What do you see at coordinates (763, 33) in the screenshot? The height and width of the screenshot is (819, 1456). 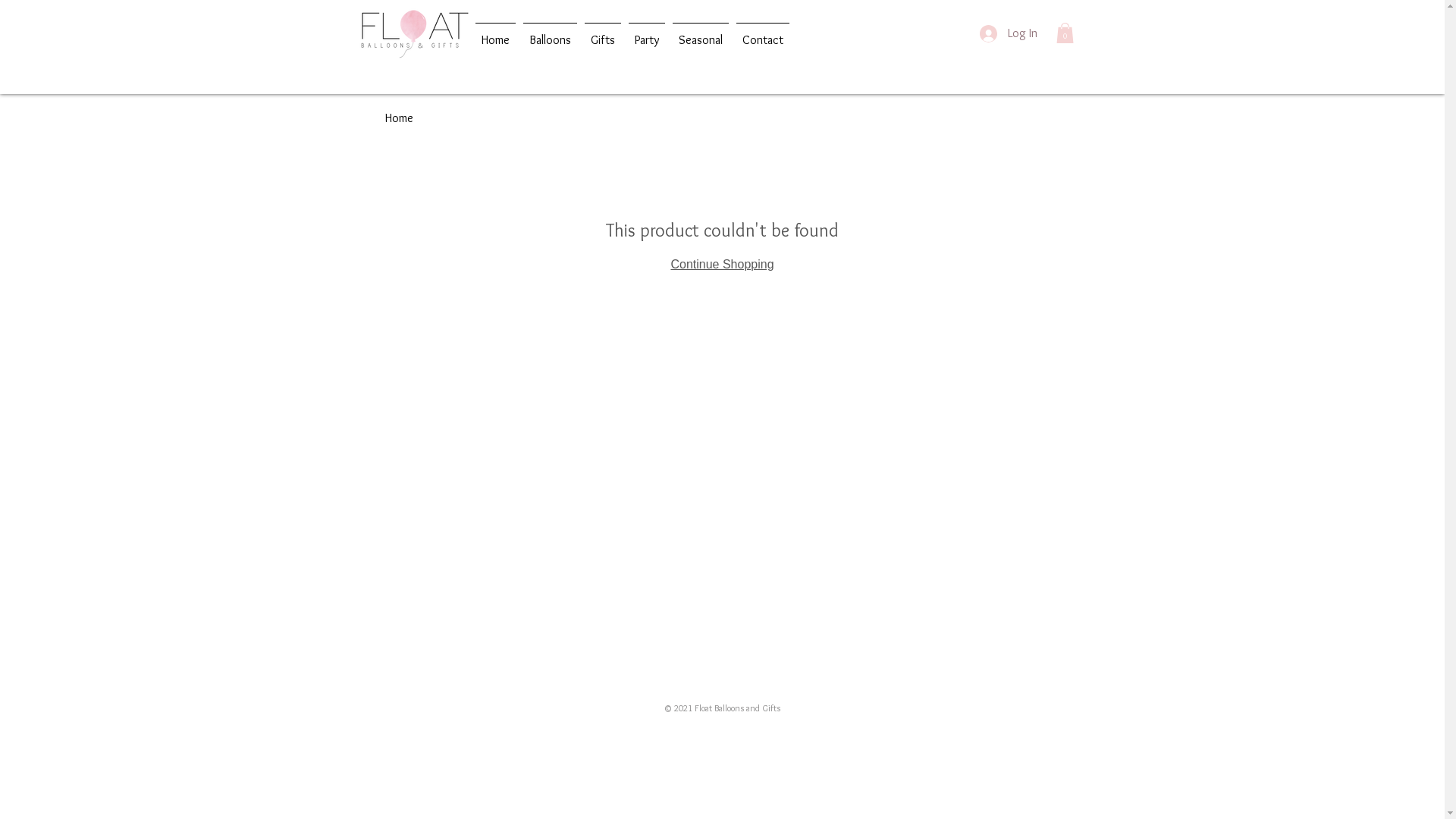 I see `'Contact'` at bounding box center [763, 33].